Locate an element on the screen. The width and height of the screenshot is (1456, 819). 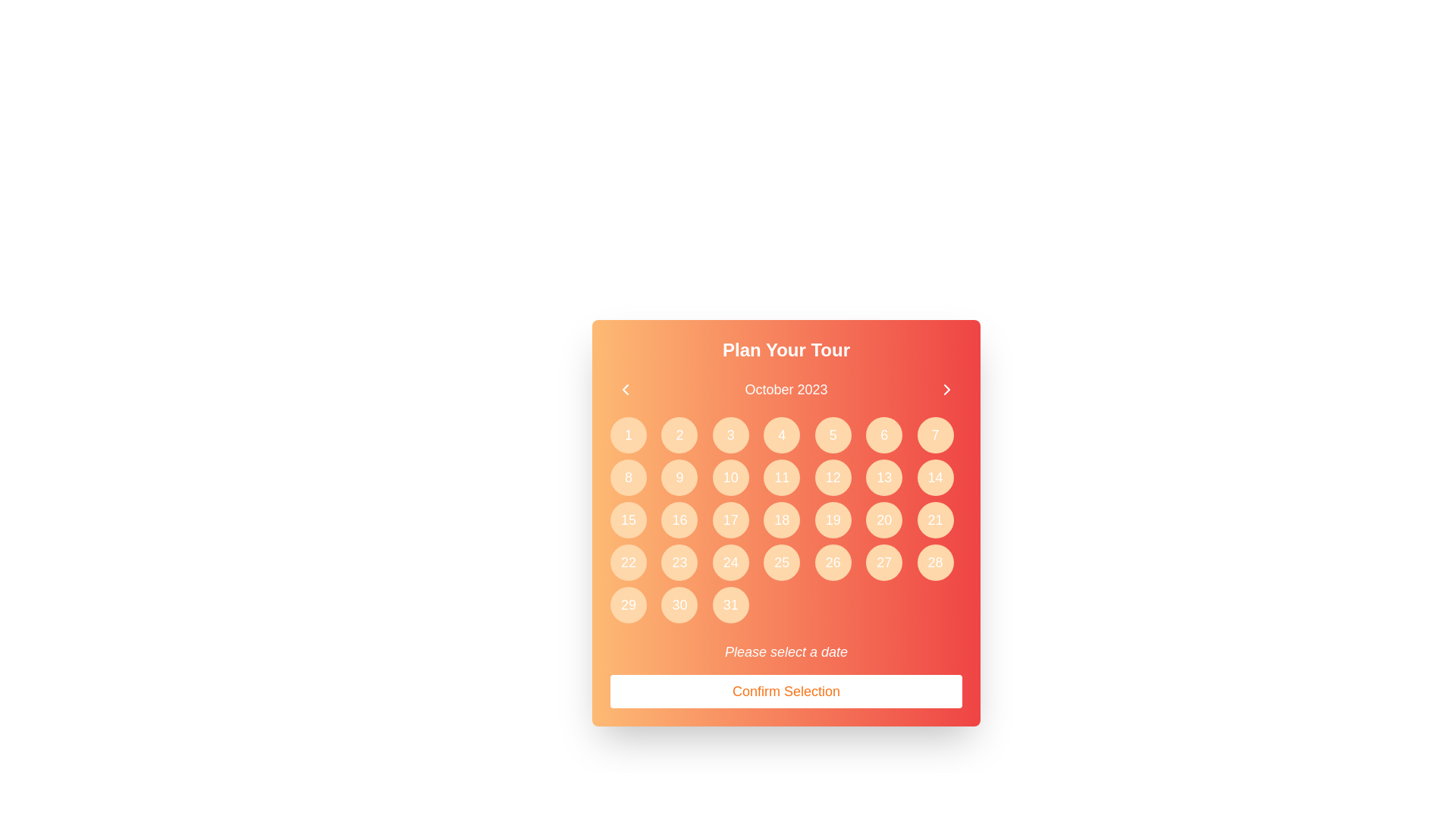
the circular button with a peach-orange background and white text displaying the number '6' is located at coordinates (884, 435).